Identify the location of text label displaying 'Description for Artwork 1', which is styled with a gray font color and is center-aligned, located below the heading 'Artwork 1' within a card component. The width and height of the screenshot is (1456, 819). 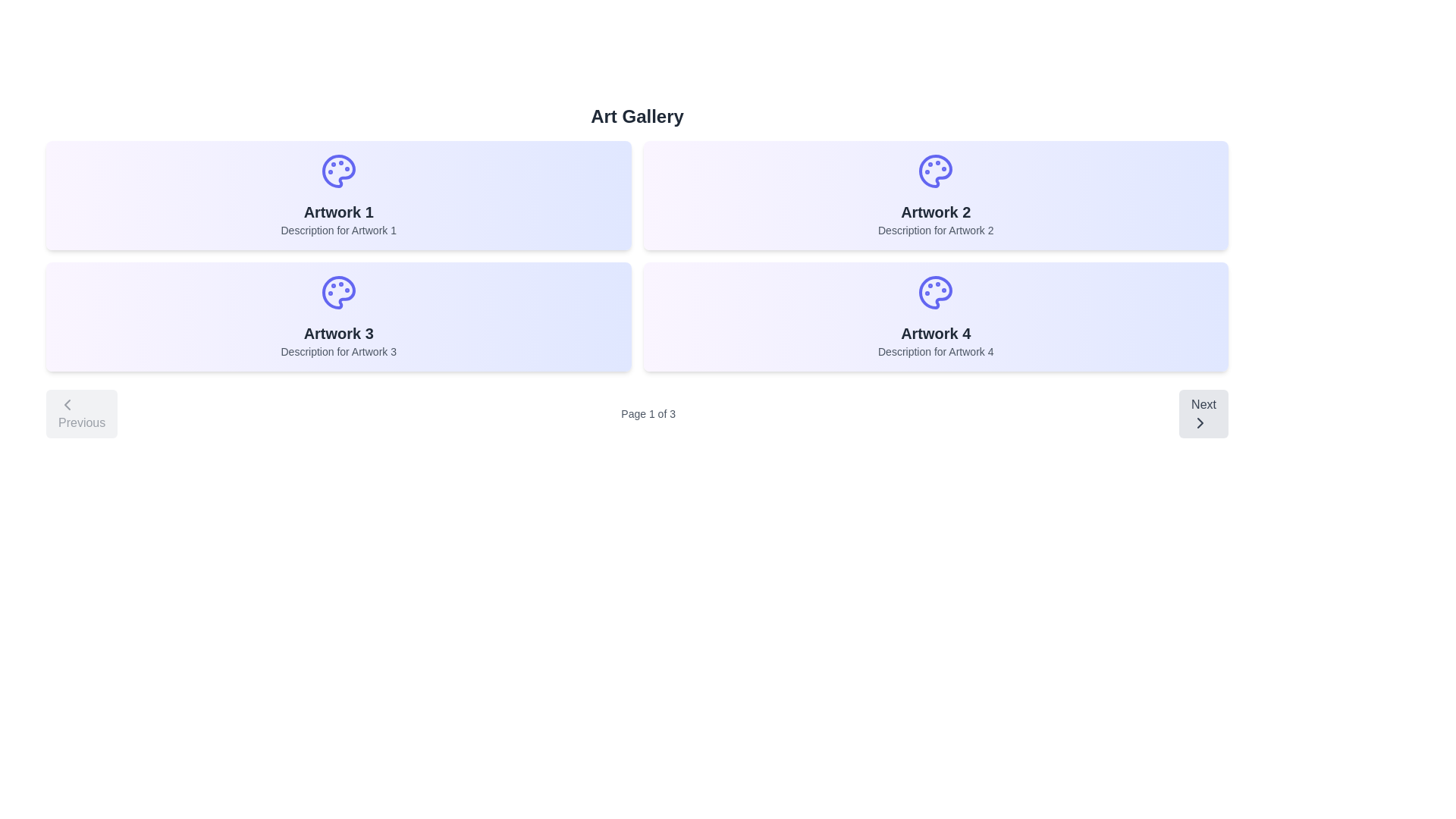
(337, 231).